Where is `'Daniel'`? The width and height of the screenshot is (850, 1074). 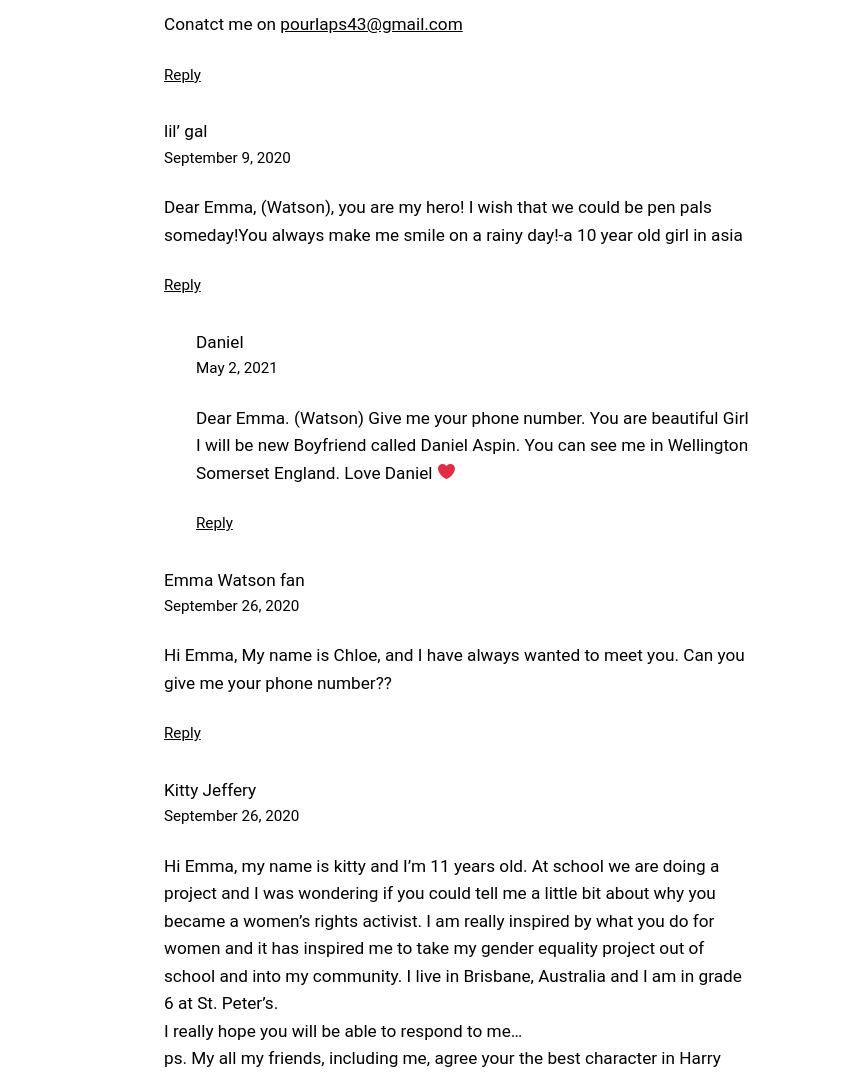
'Daniel' is located at coordinates (219, 339).